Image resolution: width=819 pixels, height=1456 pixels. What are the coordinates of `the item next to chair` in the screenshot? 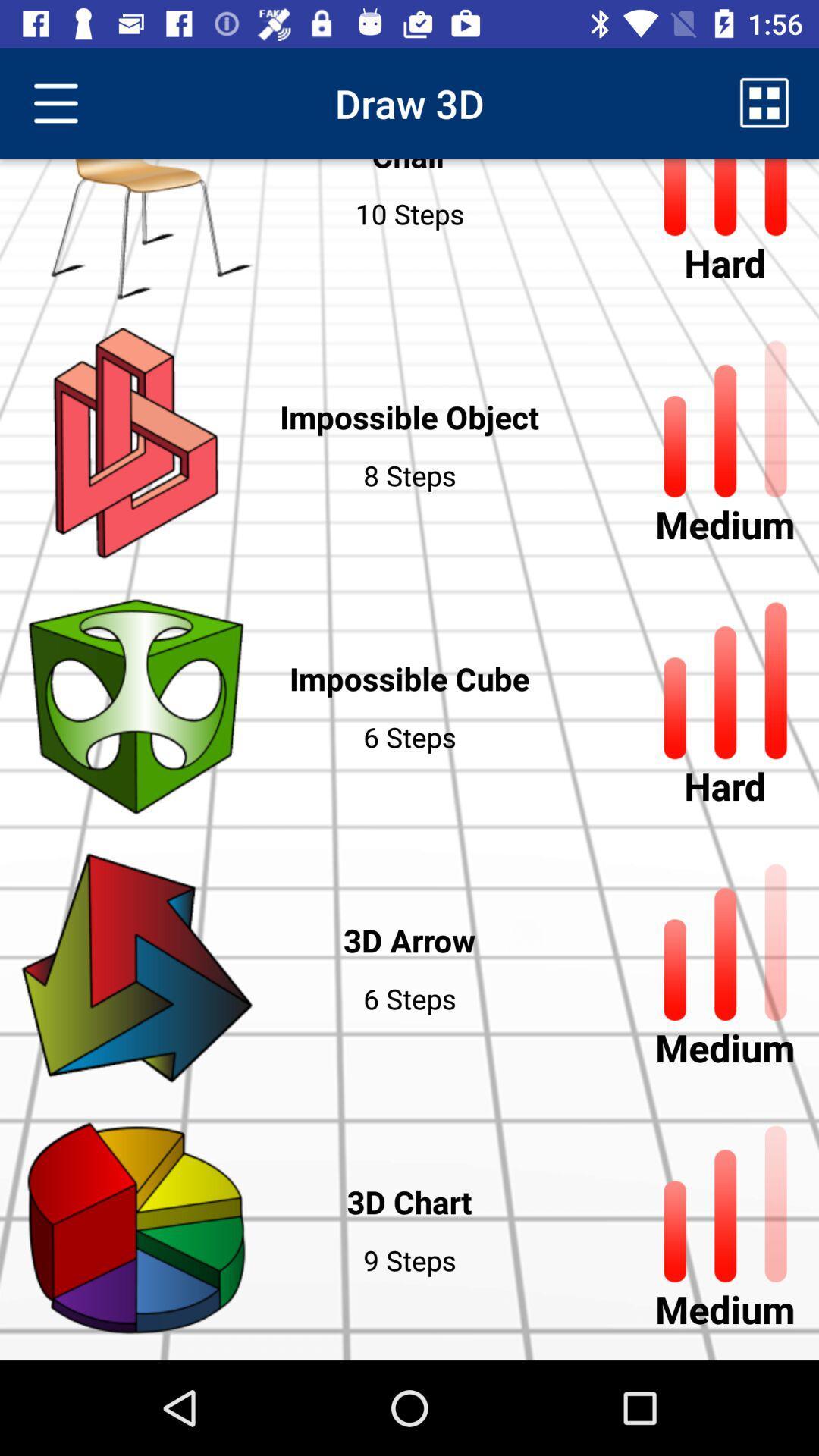 It's located at (764, 102).